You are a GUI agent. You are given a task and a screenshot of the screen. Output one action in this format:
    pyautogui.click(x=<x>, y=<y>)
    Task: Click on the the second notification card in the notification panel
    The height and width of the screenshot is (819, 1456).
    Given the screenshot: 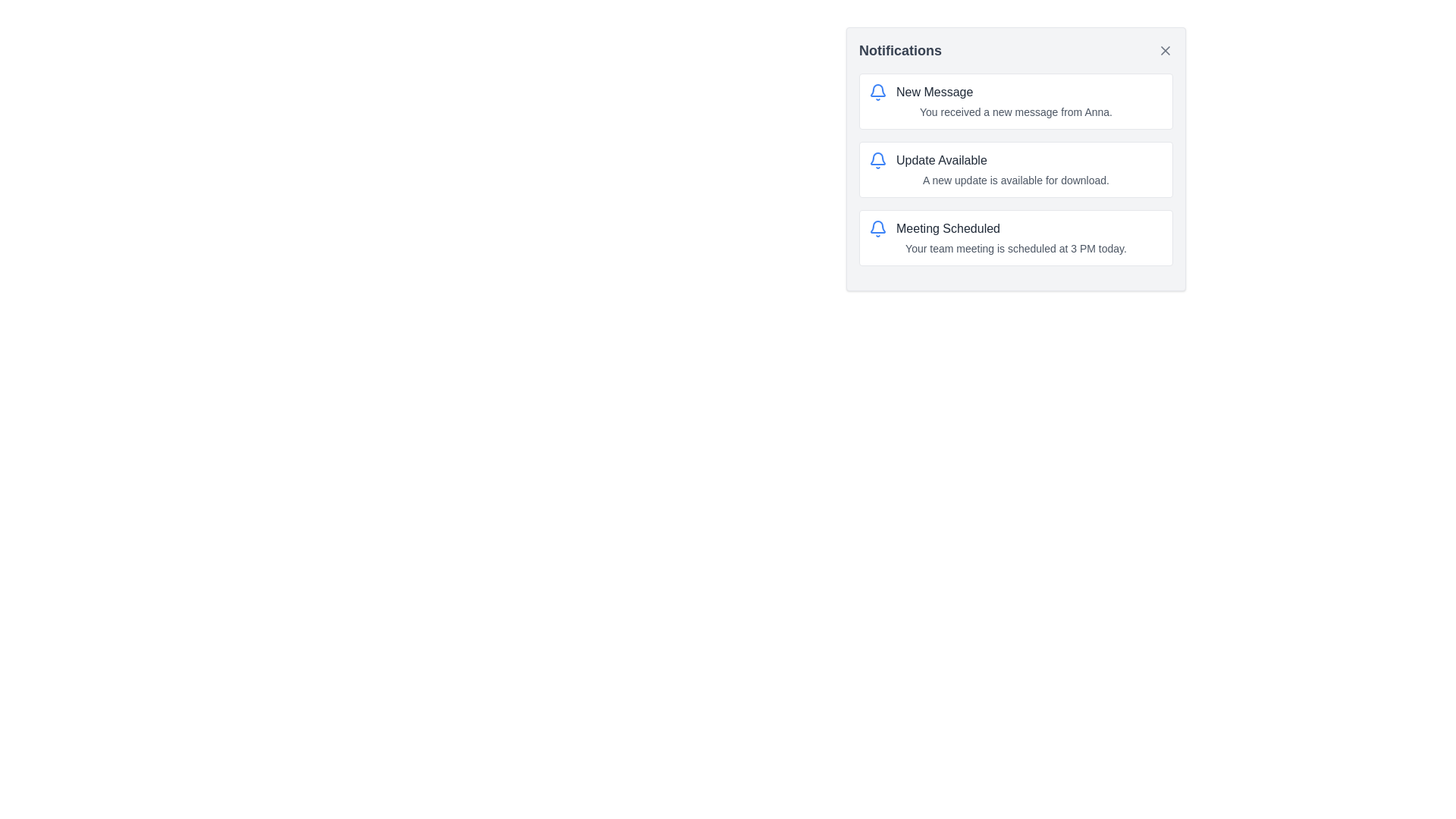 What is the action you would take?
    pyautogui.click(x=1015, y=169)
    